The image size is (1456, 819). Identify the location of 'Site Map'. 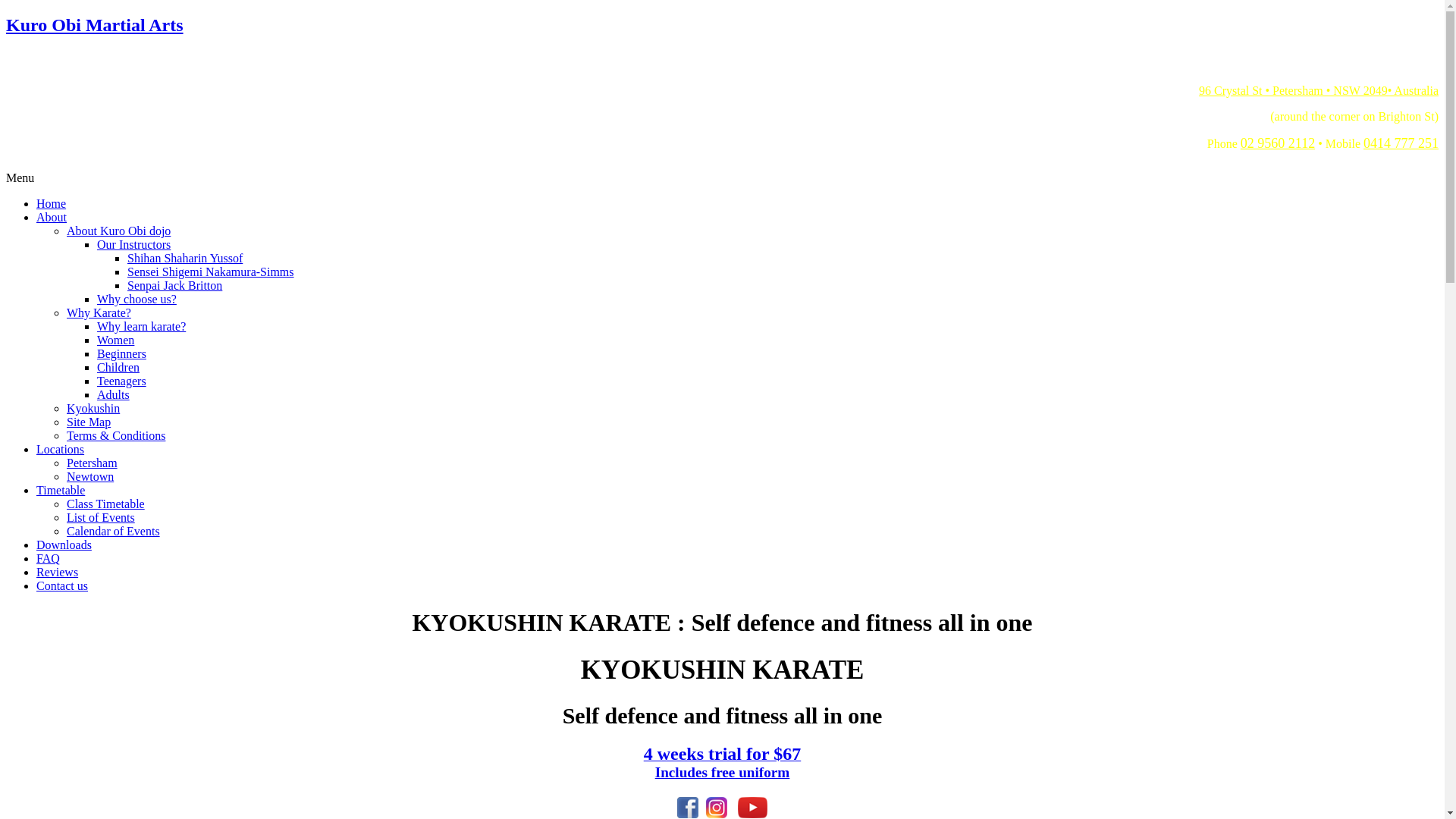
(87, 422).